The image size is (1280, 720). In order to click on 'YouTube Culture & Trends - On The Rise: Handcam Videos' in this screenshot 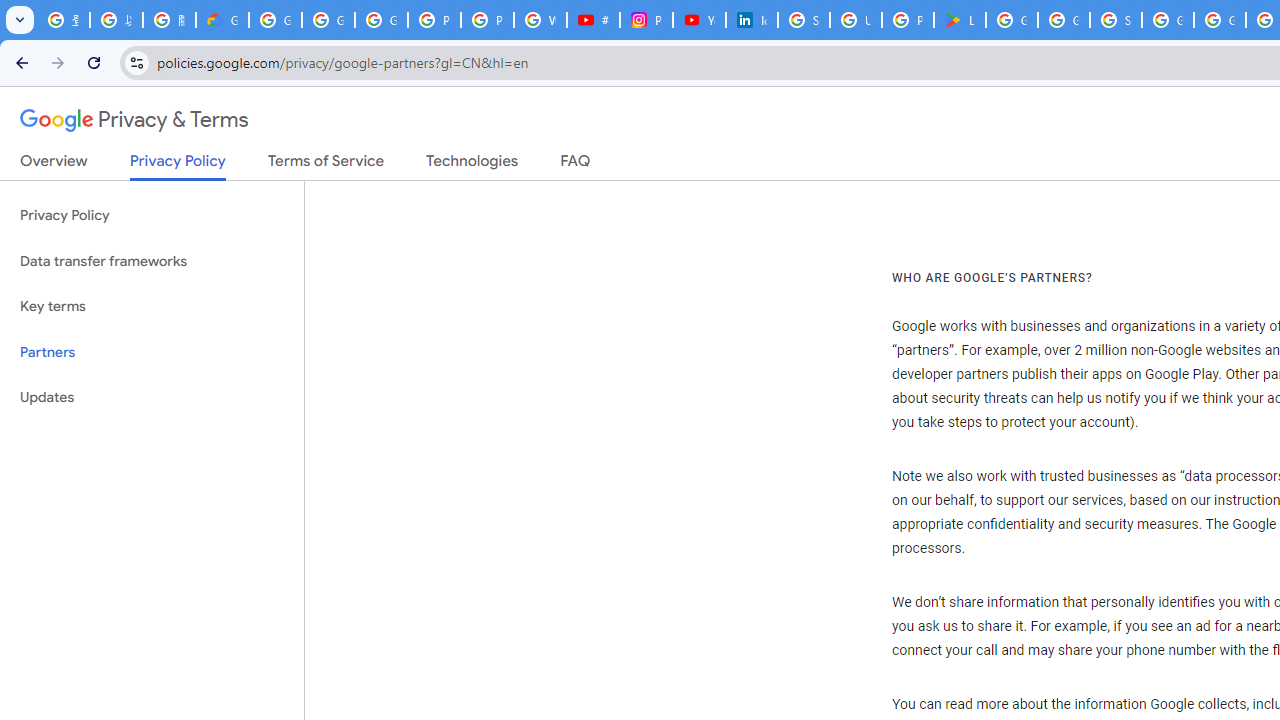, I will do `click(699, 20)`.